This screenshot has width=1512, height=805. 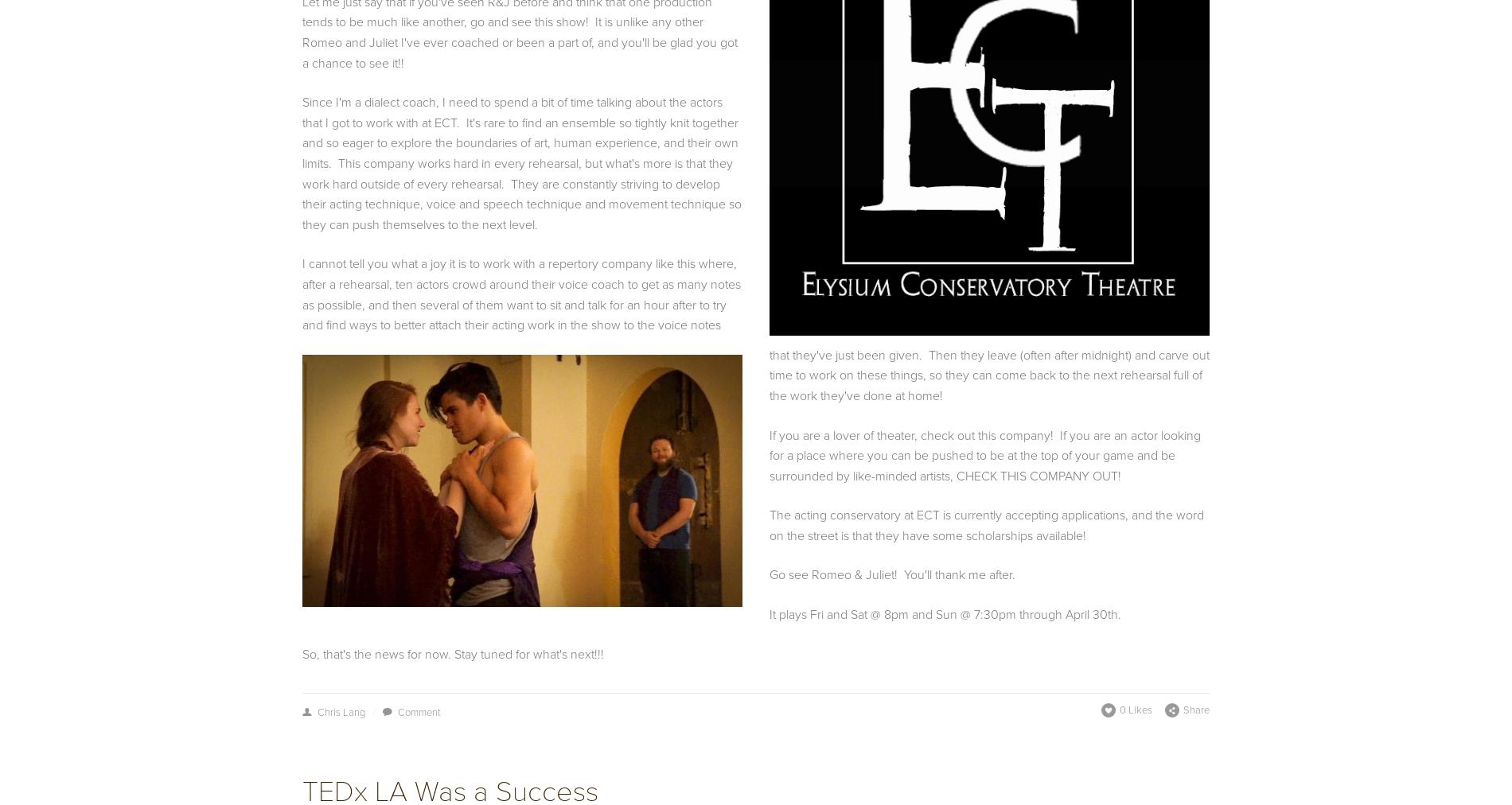 What do you see at coordinates (1136, 710) in the screenshot?
I see `'0 Likes'` at bounding box center [1136, 710].